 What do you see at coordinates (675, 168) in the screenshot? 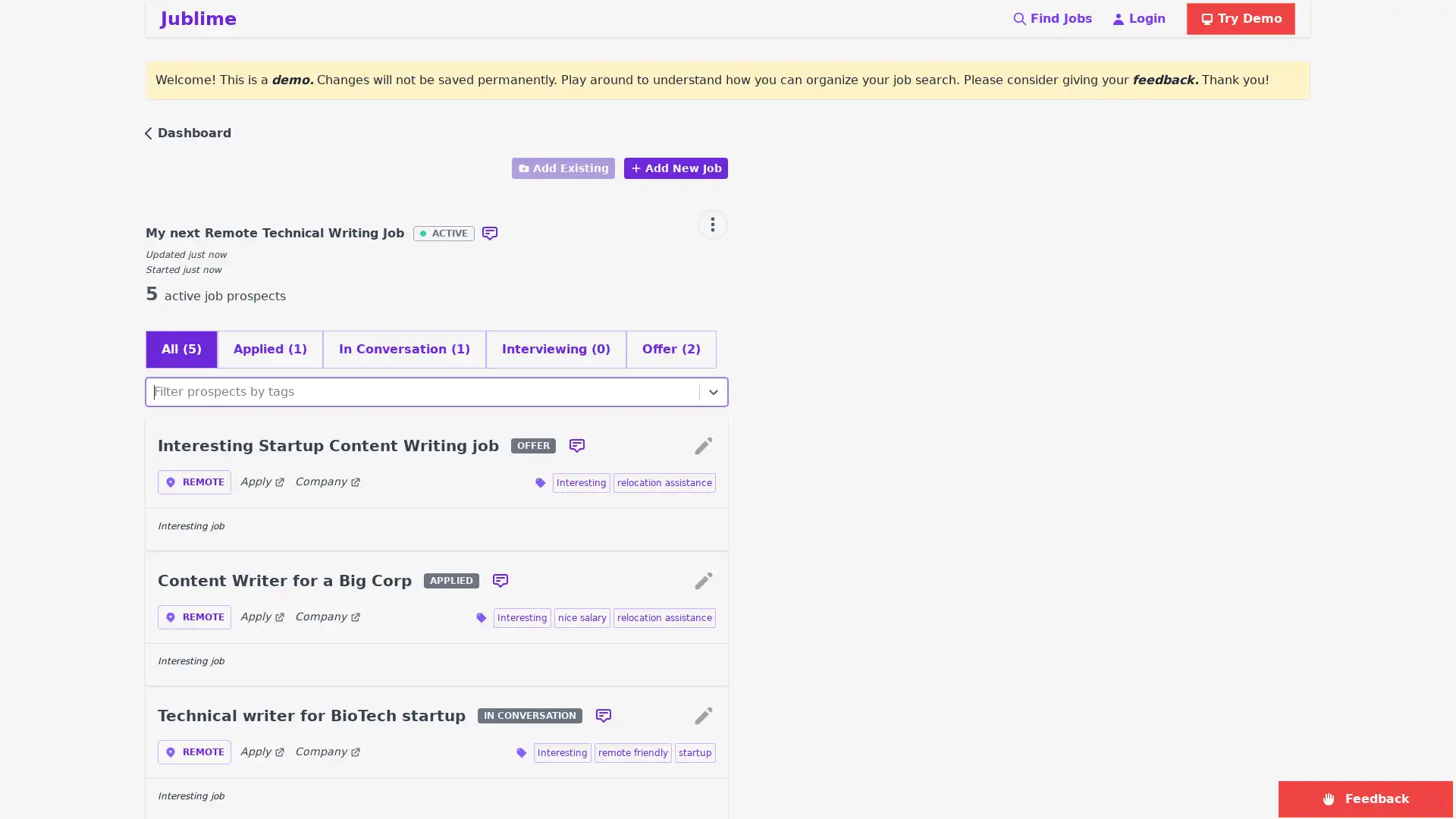
I see `Add New Job` at bounding box center [675, 168].